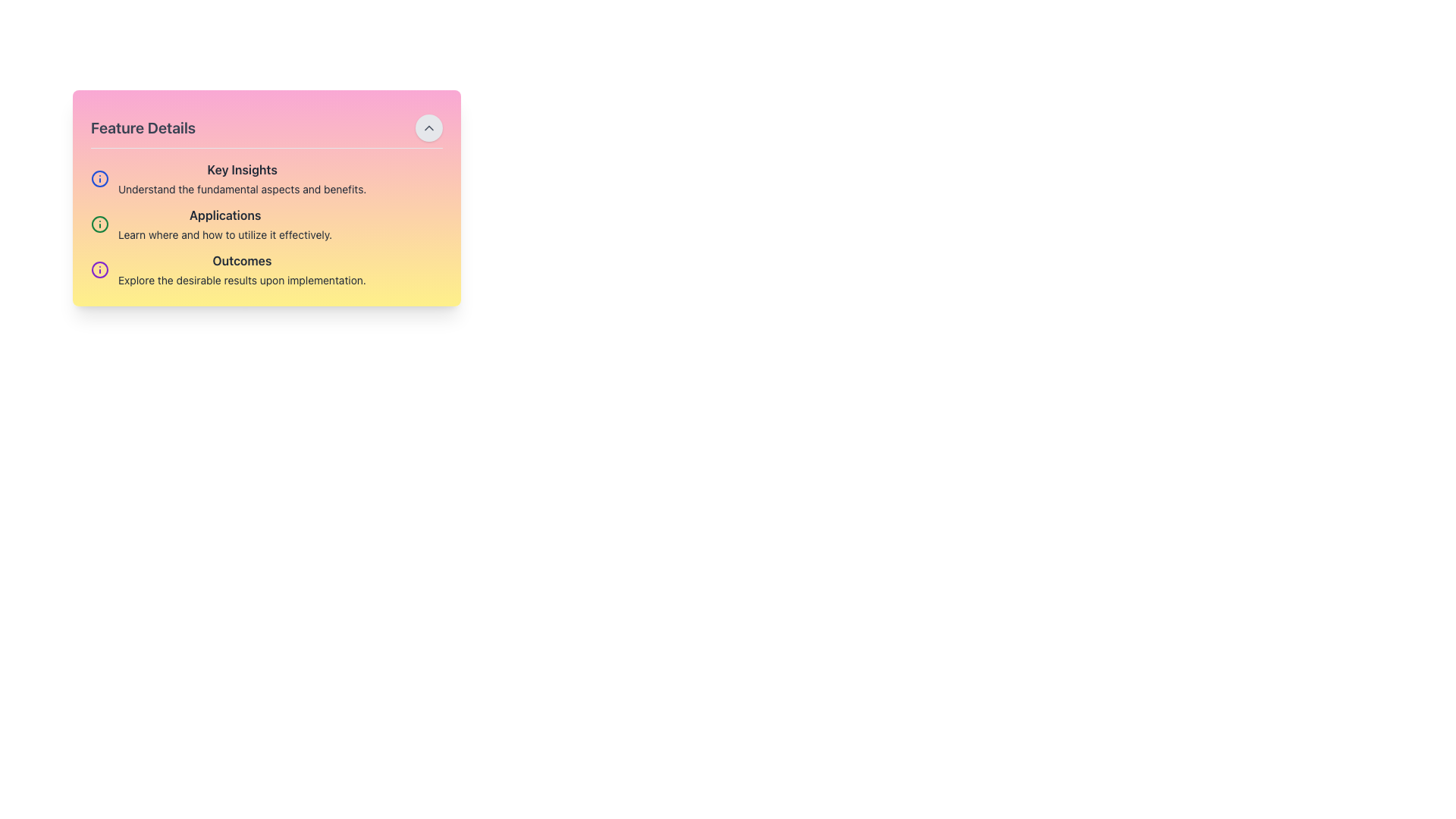  Describe the element at coordinates (224, 215) in the screenshot. I see `the Text Label that serves as a heading or title for the following descriptive text, located at the top-central portion of the sub-section` at that location.